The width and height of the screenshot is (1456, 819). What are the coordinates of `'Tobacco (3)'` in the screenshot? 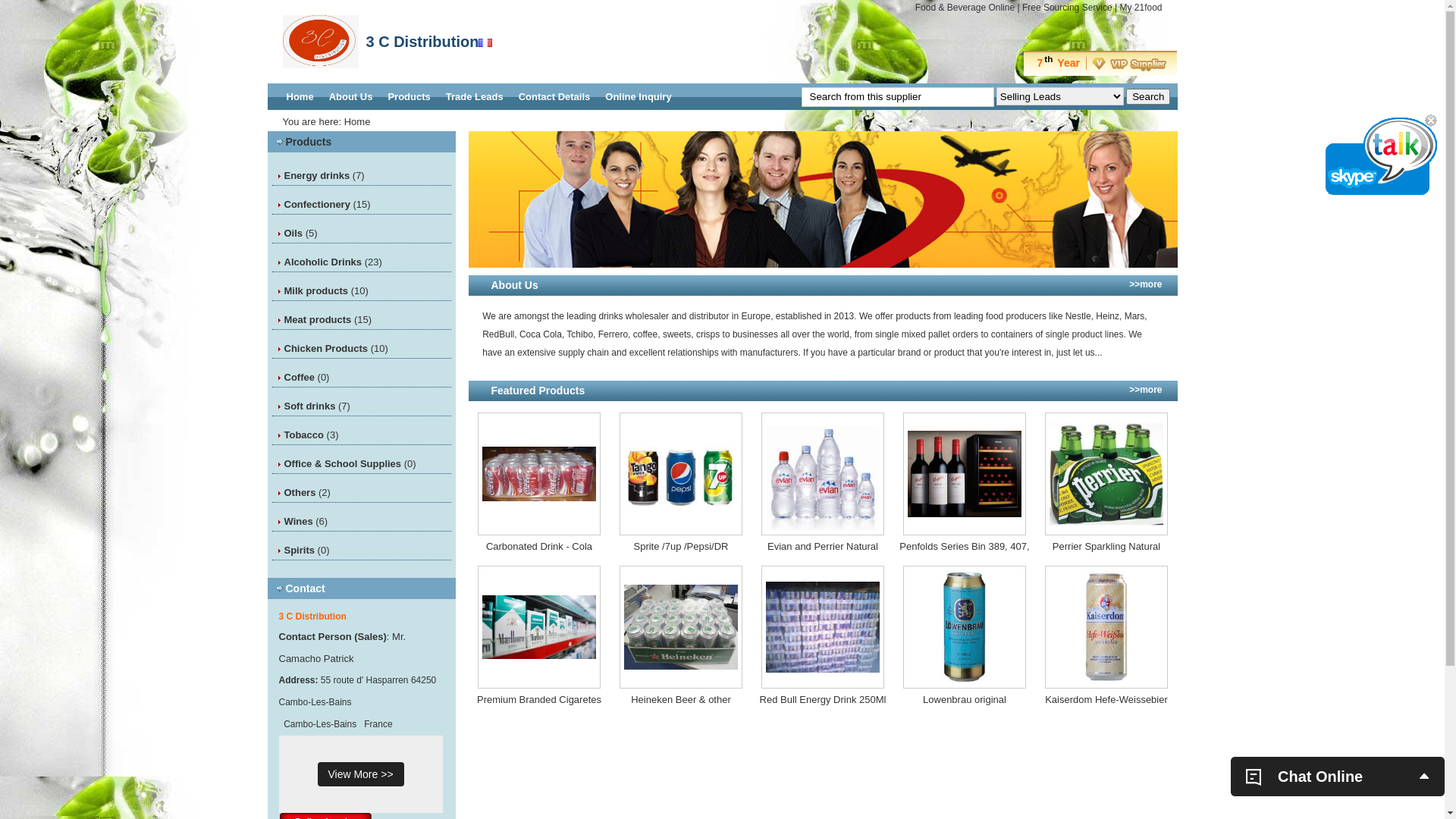 It's located at (309, 435).